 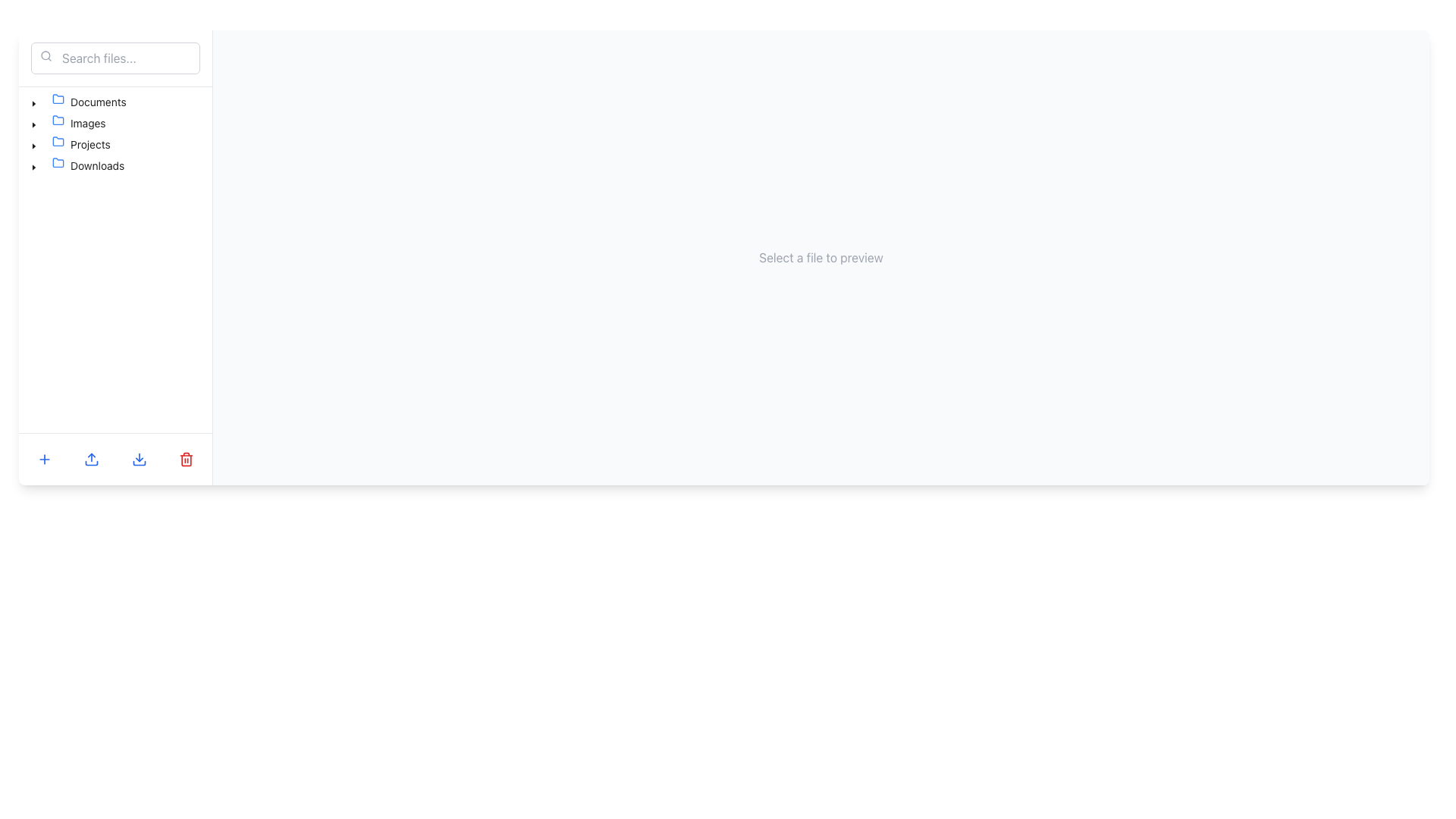 I want to click on the downward-facing caret icon next to the 'Documents' folder label in the file navigation tree, so click(x=33, y=103).